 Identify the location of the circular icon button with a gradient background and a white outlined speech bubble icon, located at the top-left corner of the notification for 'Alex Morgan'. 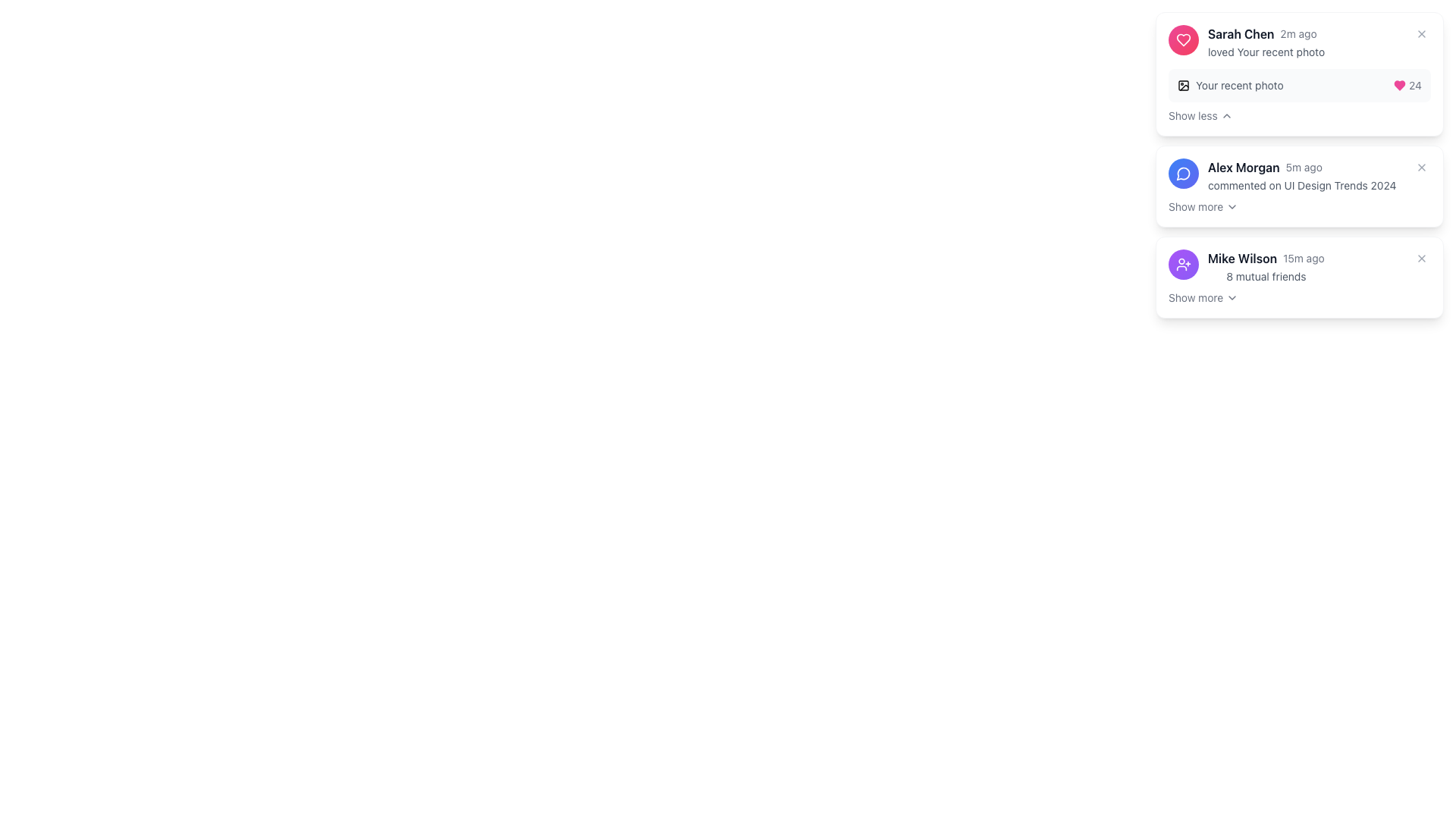
(1182, 172).